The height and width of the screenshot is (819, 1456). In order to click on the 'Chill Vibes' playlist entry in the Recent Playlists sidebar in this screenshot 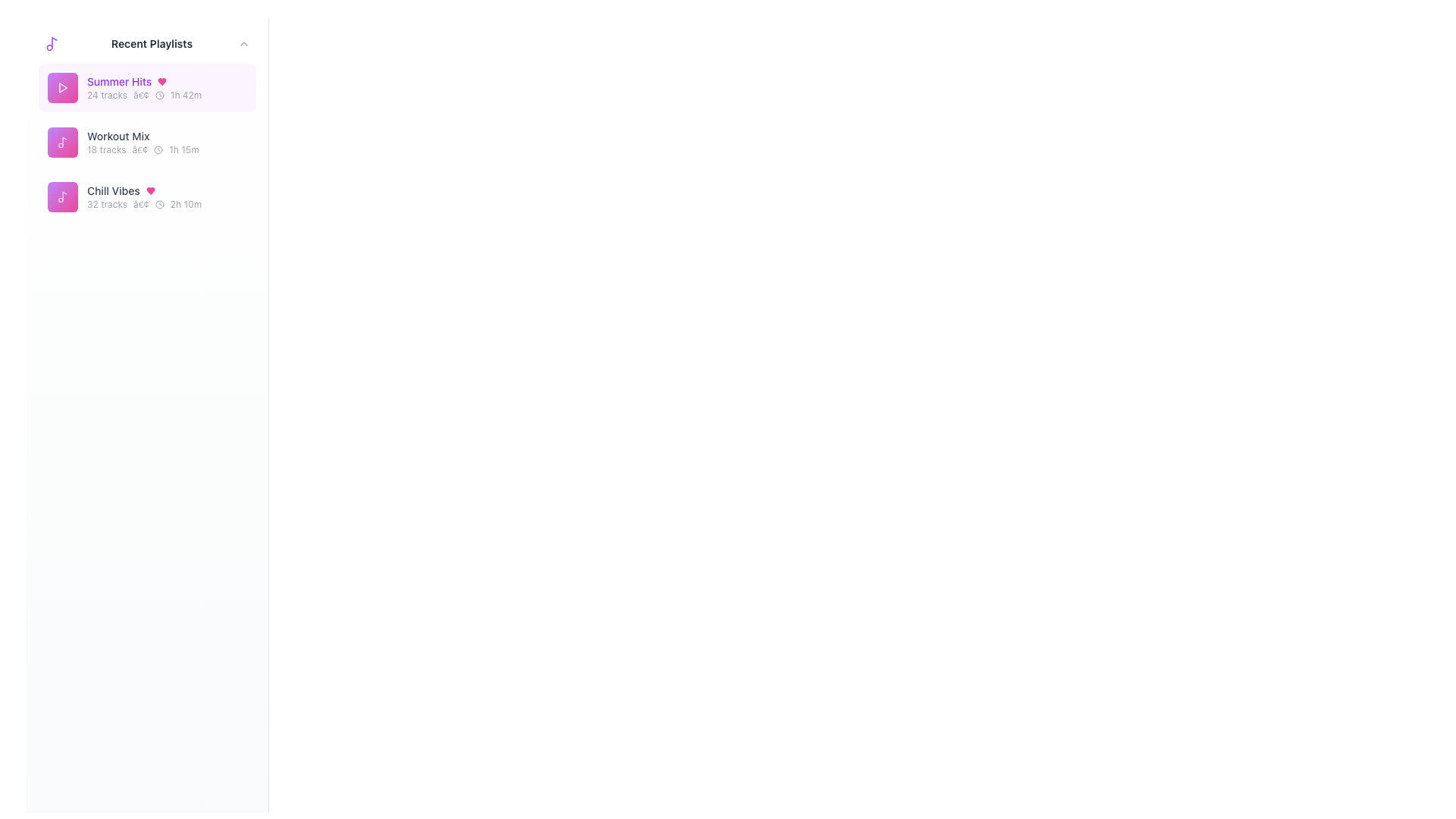, I will do `click(167, 196)`.